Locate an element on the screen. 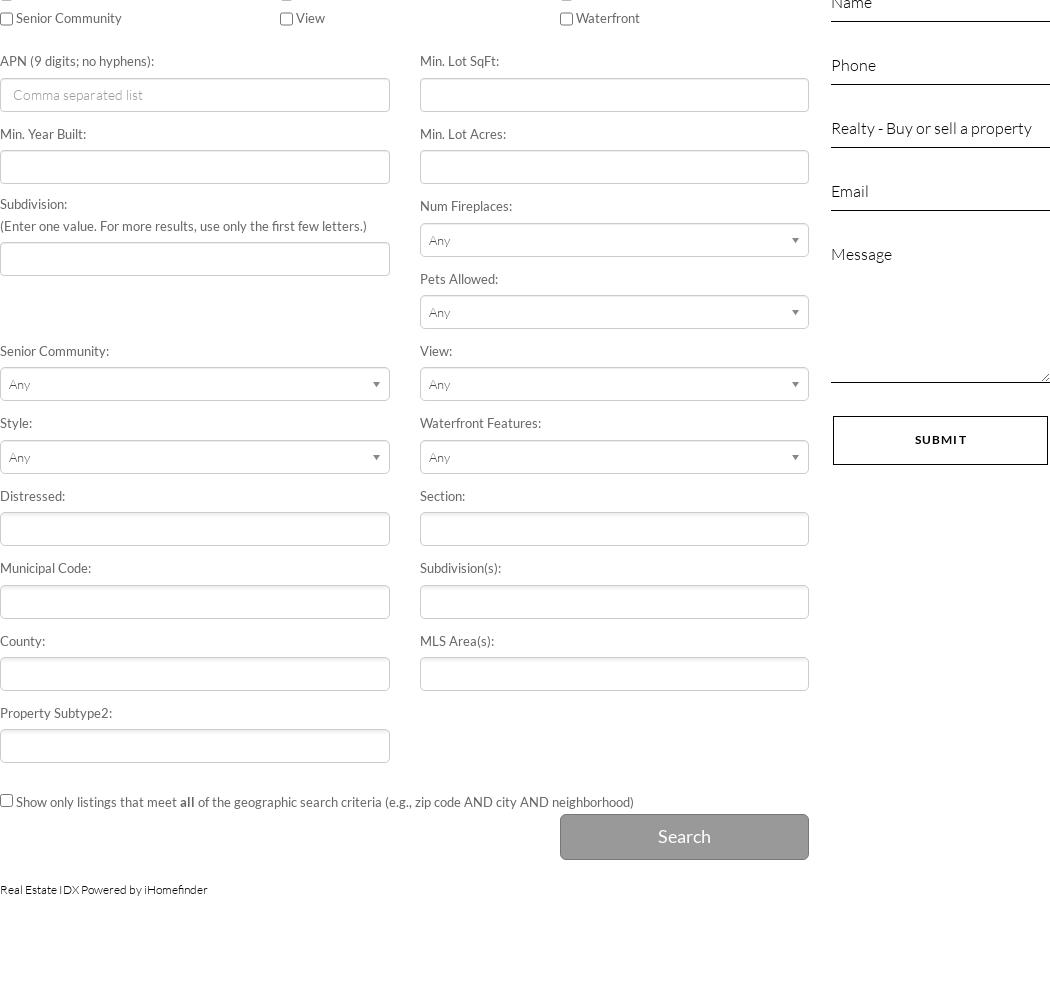 The image size is (1050, 1000). 'all' is located at coordinates (179, 802).